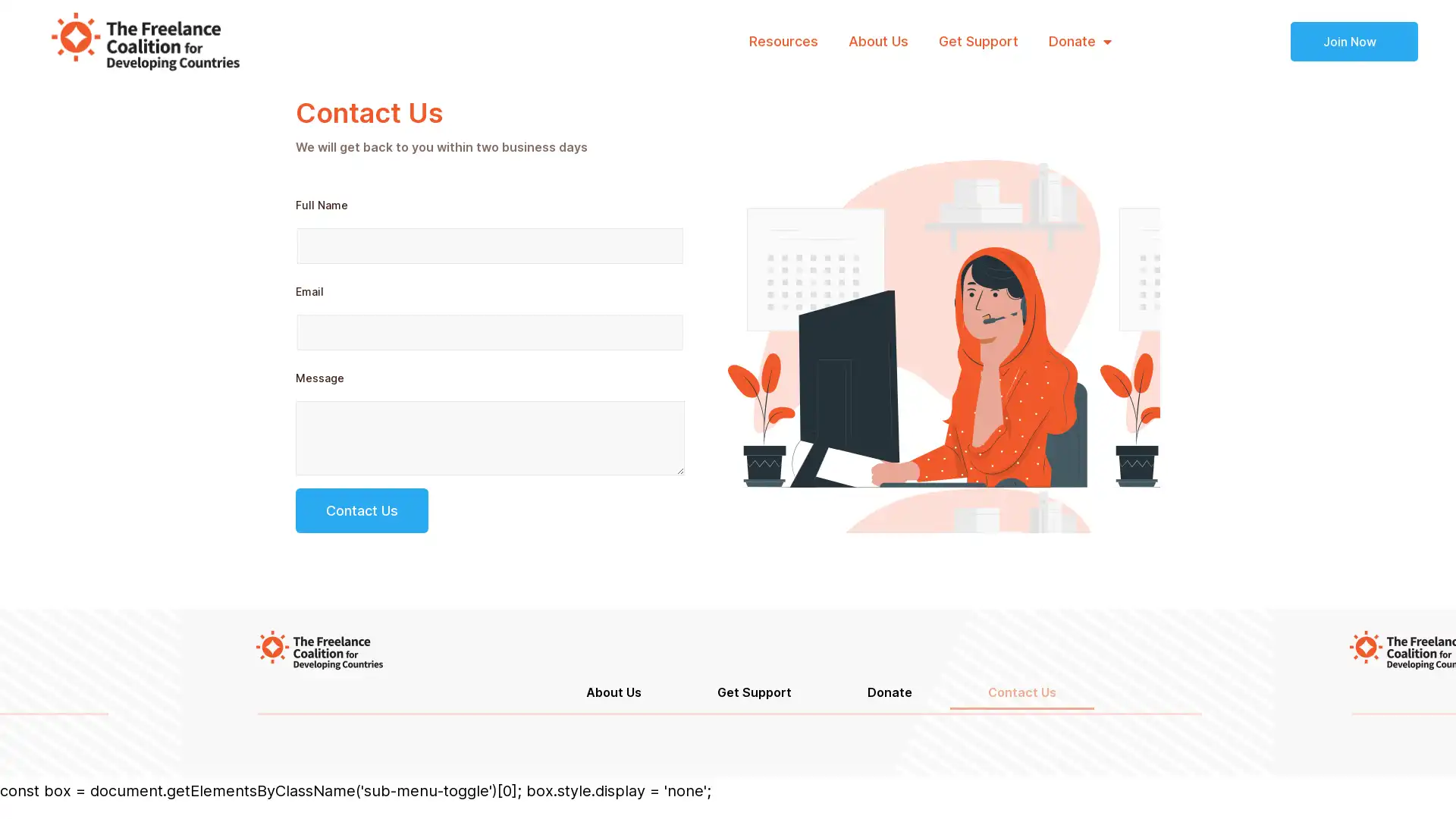 The width and height of the screenshot is (1456, 819). I want to click on Join Now, so click(1354, 40).